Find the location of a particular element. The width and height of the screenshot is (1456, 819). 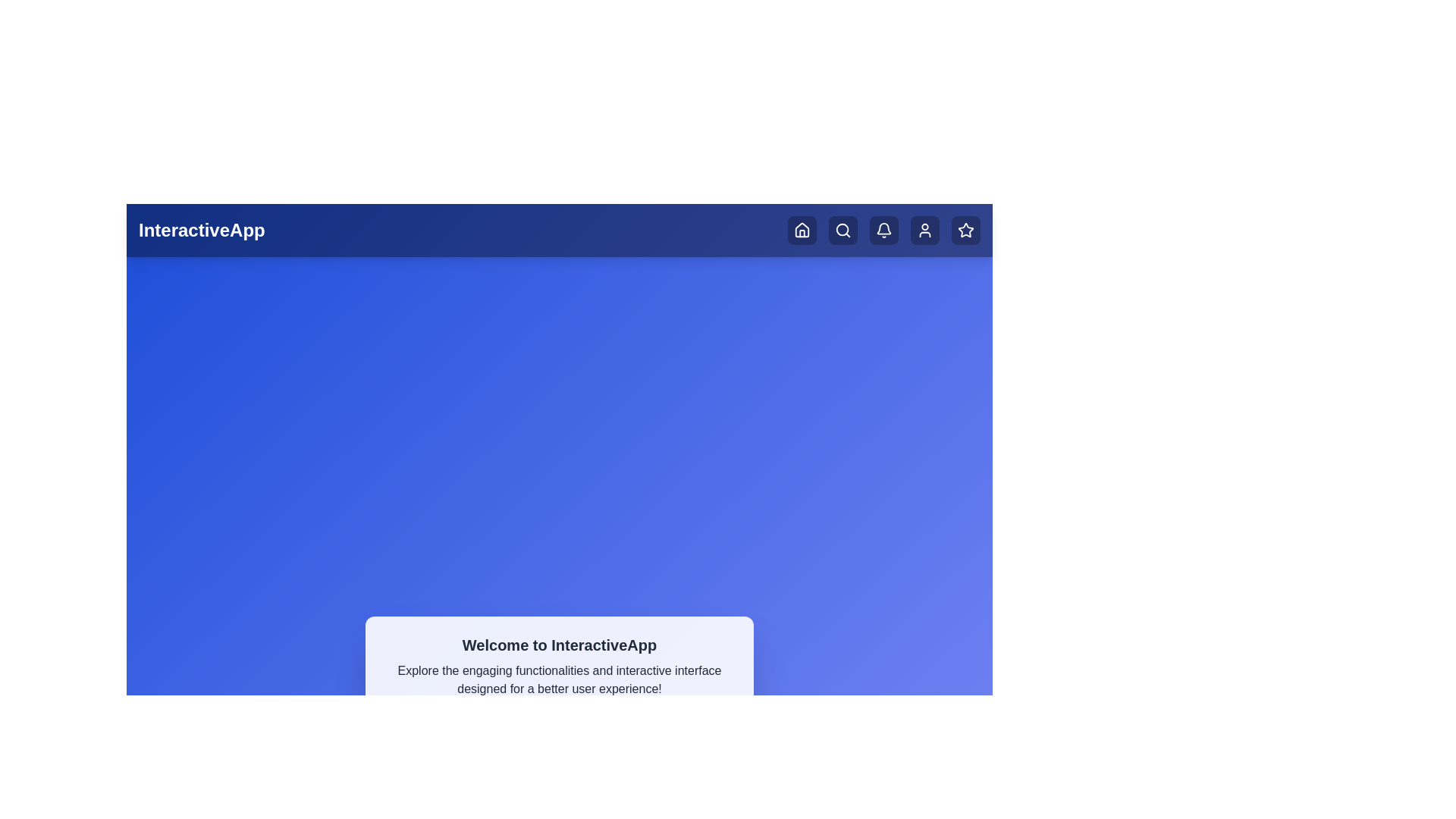

the profile navigation button to navigate to the respective section is located at coordinates (924, 231).